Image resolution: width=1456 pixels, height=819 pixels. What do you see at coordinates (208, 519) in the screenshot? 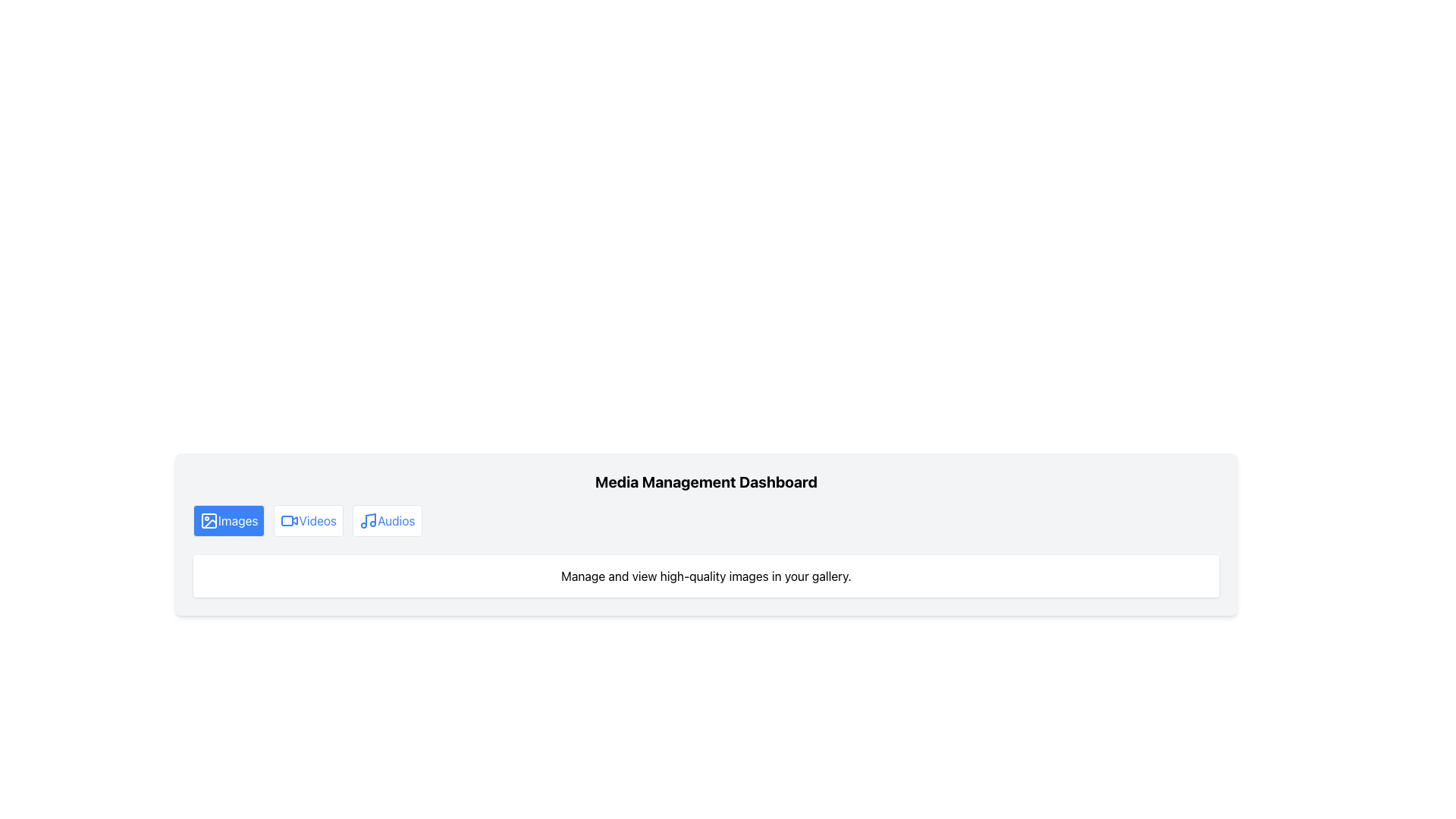
I see `the small rectangular SVG graphic with rounded corners, which is part of the icon located on the leftmost side of the row of buttons below the 'Media Management Dashboard' title` at bounding box center [208, 519].